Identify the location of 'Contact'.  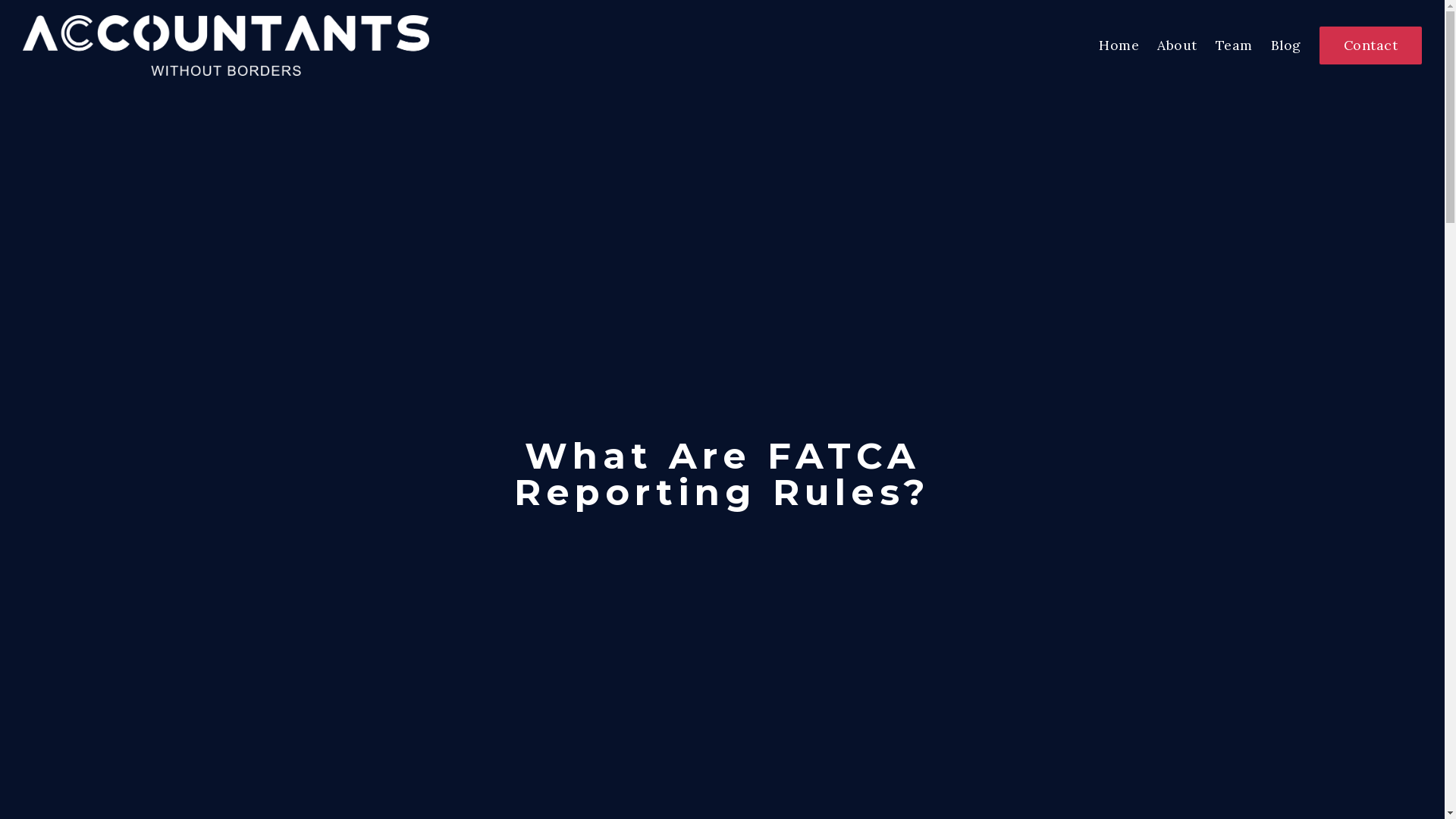
(1318, 45).